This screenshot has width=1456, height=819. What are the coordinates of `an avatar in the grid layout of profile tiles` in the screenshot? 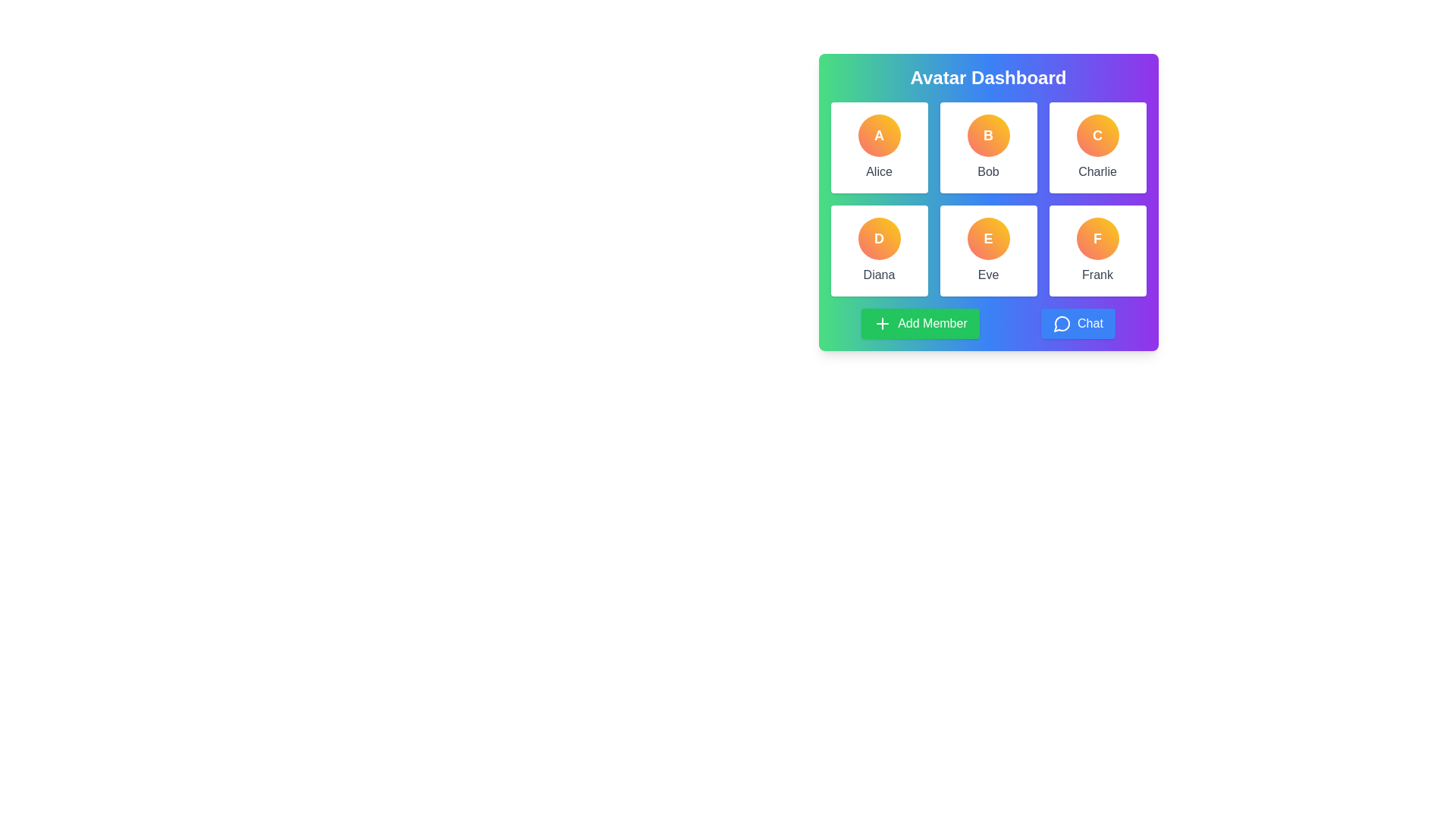 It's located at (988, 198).